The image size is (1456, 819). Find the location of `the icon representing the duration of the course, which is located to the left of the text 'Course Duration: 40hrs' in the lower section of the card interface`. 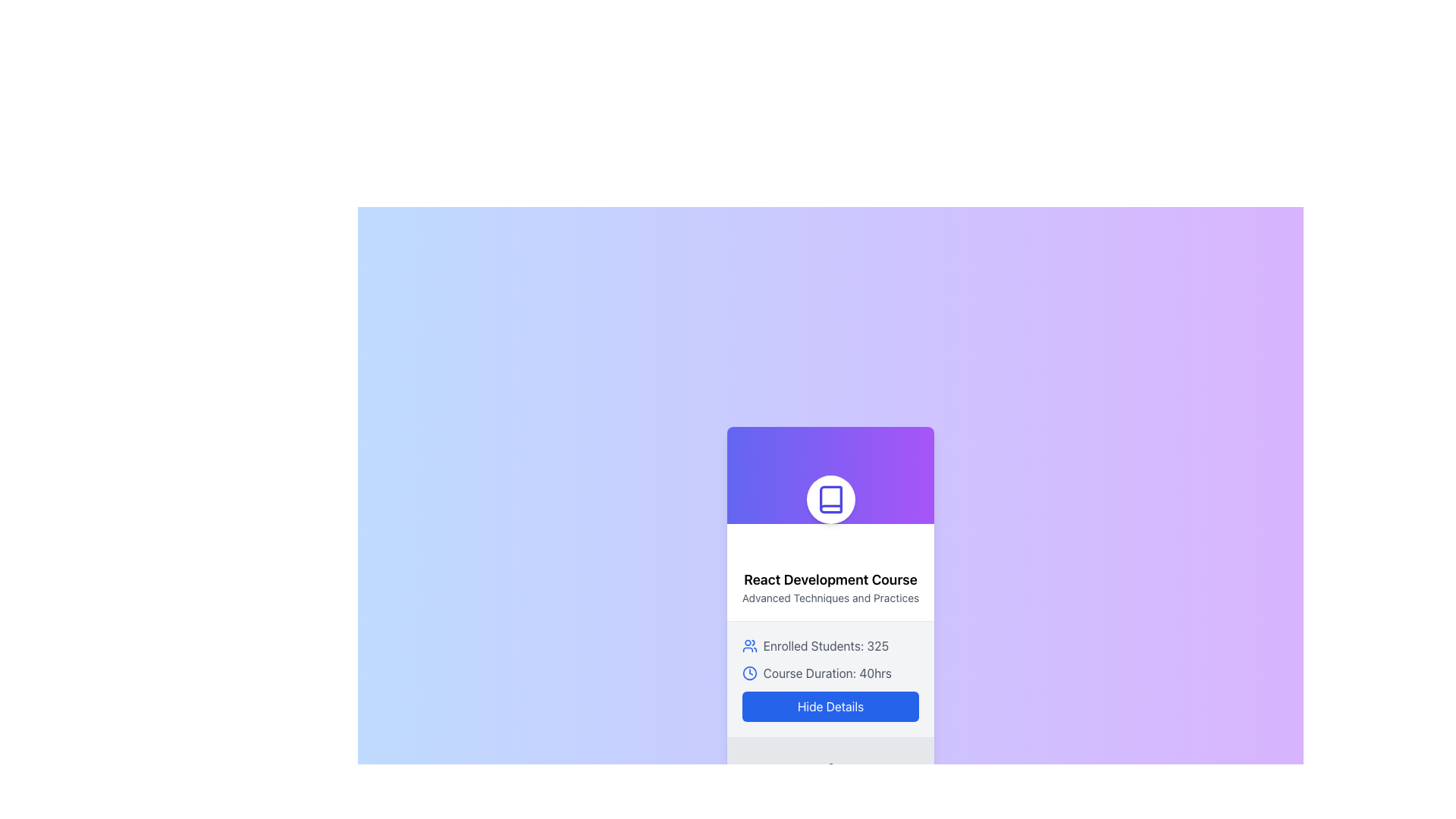

the icon representing the duration of the course, which is located to the left of the text 'Course Duration: 40hrs' in the lower section of the card interface is located at coordinates (749, 672).